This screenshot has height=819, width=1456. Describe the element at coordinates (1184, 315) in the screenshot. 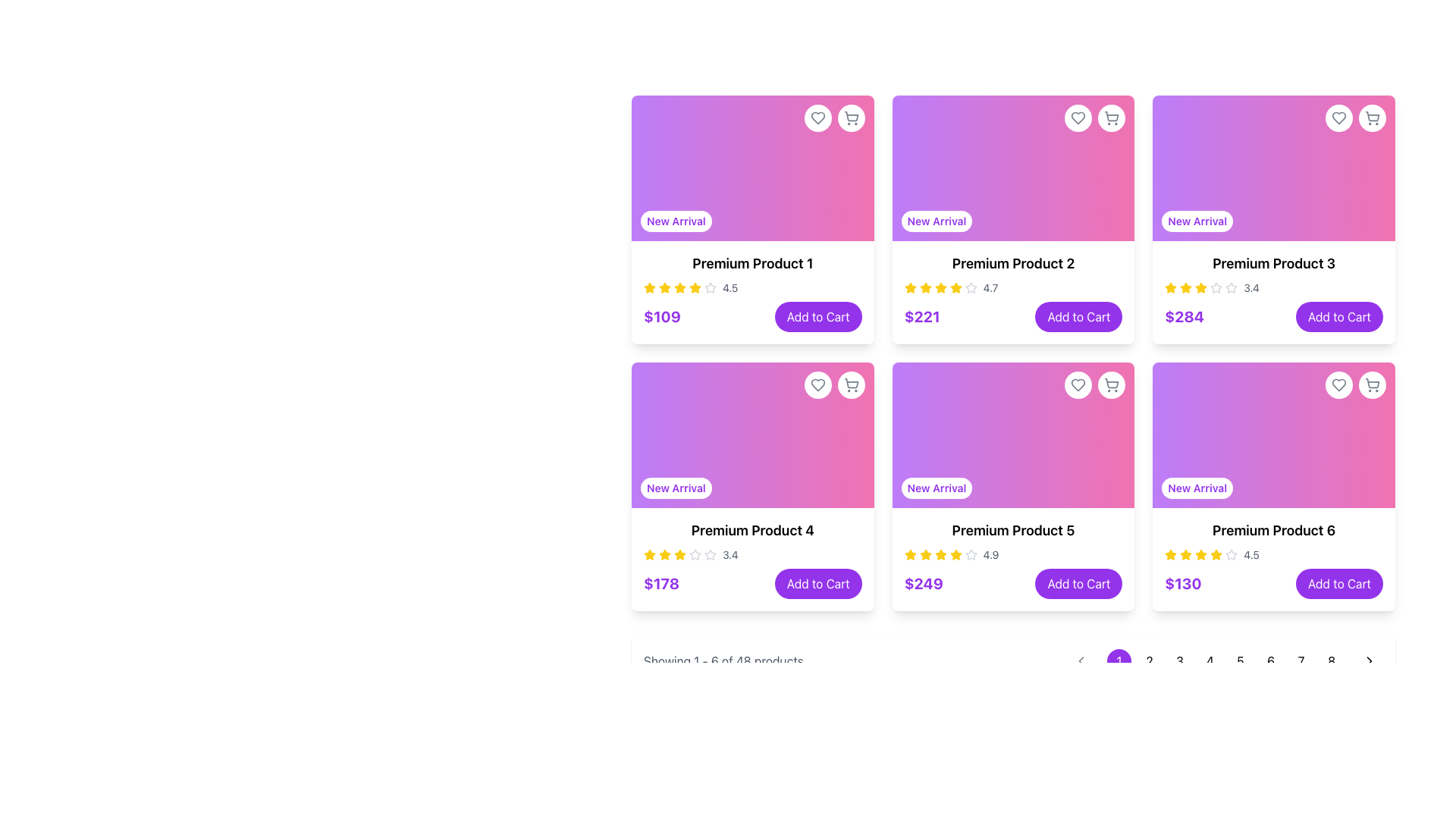

I see `the text label displaying '$284' in bold purple font, located in the bottom-left corner of the 'Premium Product 3' card, directly left of the 'Add to Cart' button` at that location.